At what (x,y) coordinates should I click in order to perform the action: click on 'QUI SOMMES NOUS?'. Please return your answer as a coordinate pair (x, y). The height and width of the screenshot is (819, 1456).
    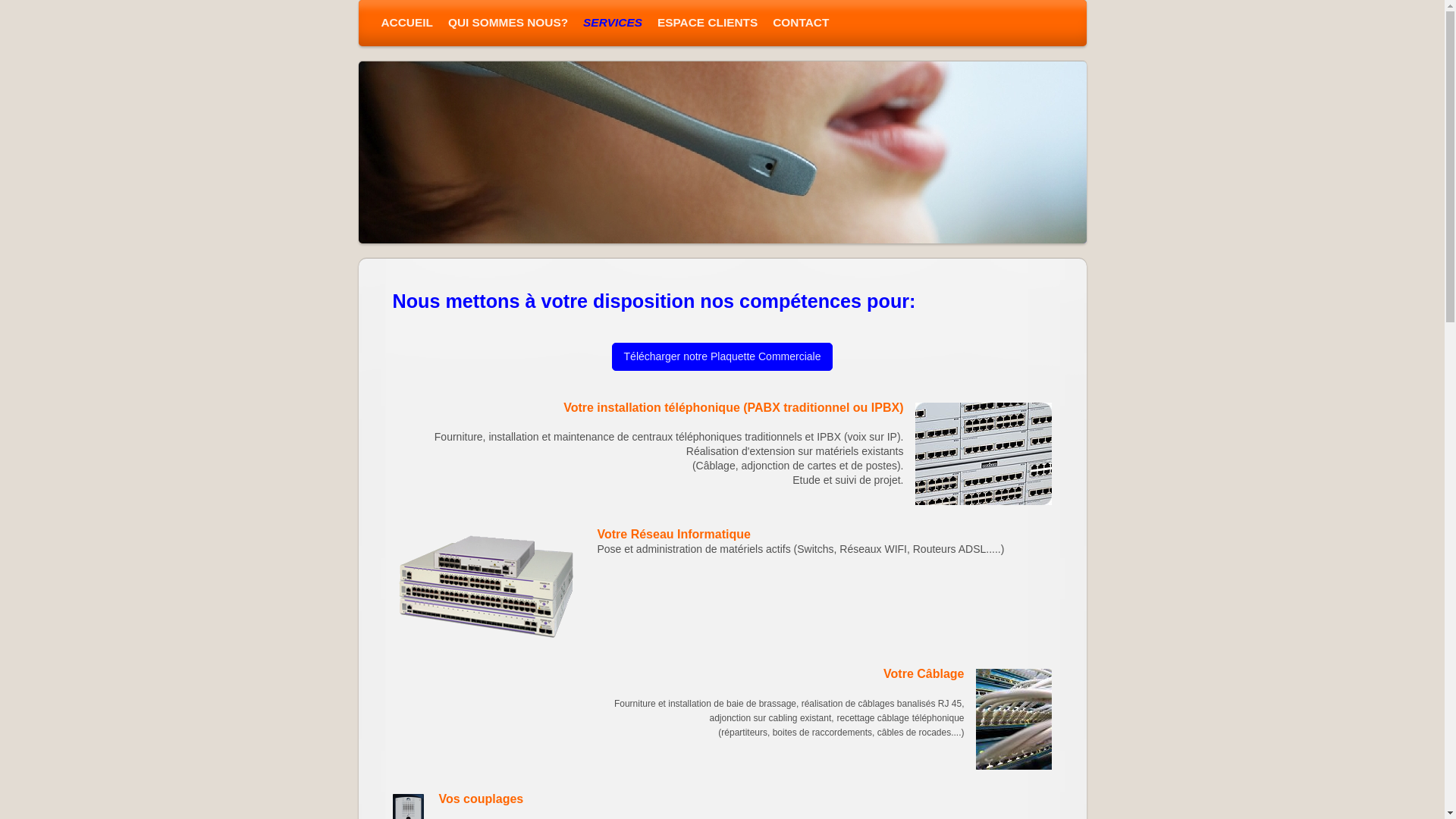
    Looking at the image, I should click on (508, 23).